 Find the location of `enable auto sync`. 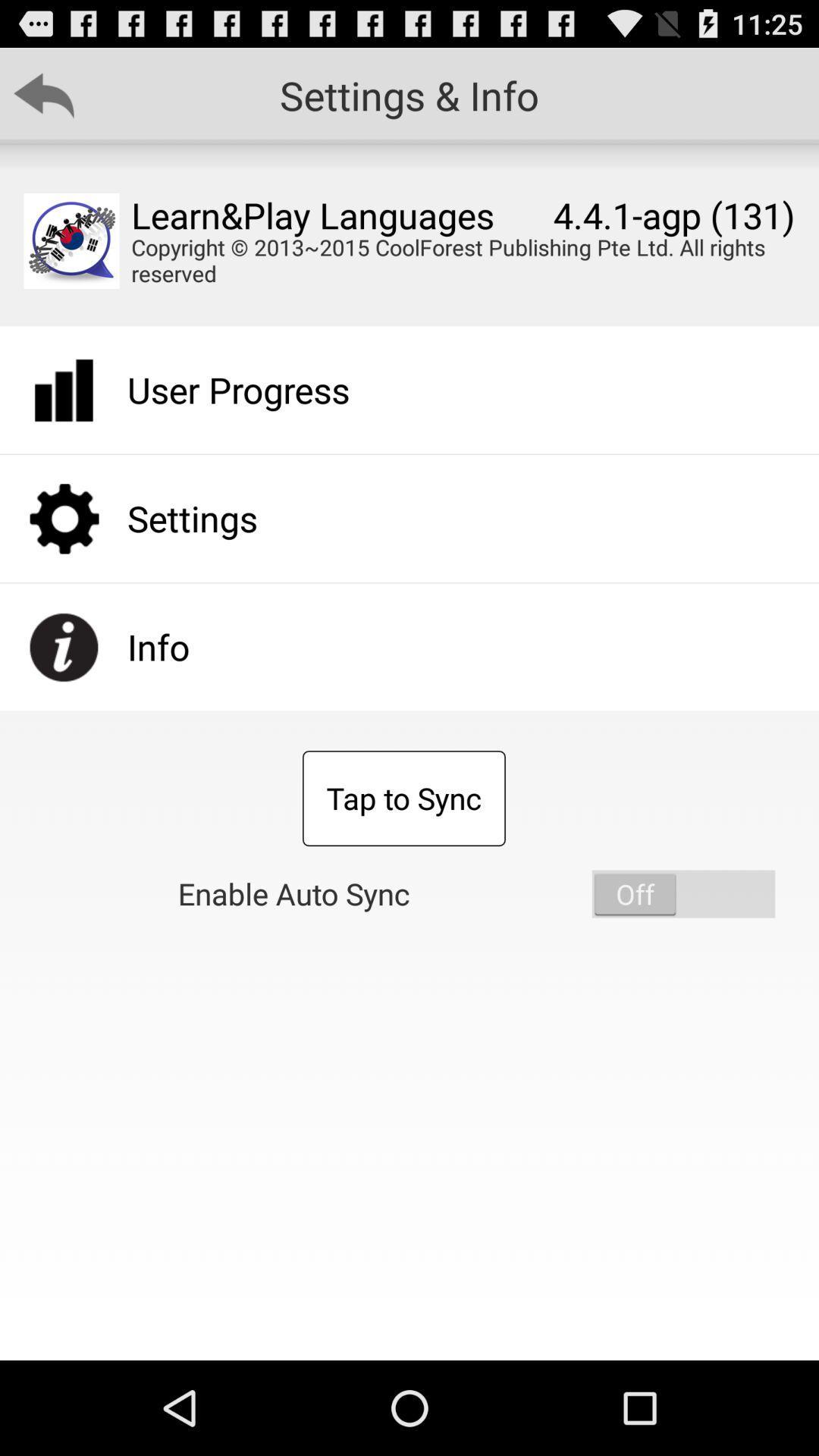

enable auto sync is located at coordinates (683, 894).